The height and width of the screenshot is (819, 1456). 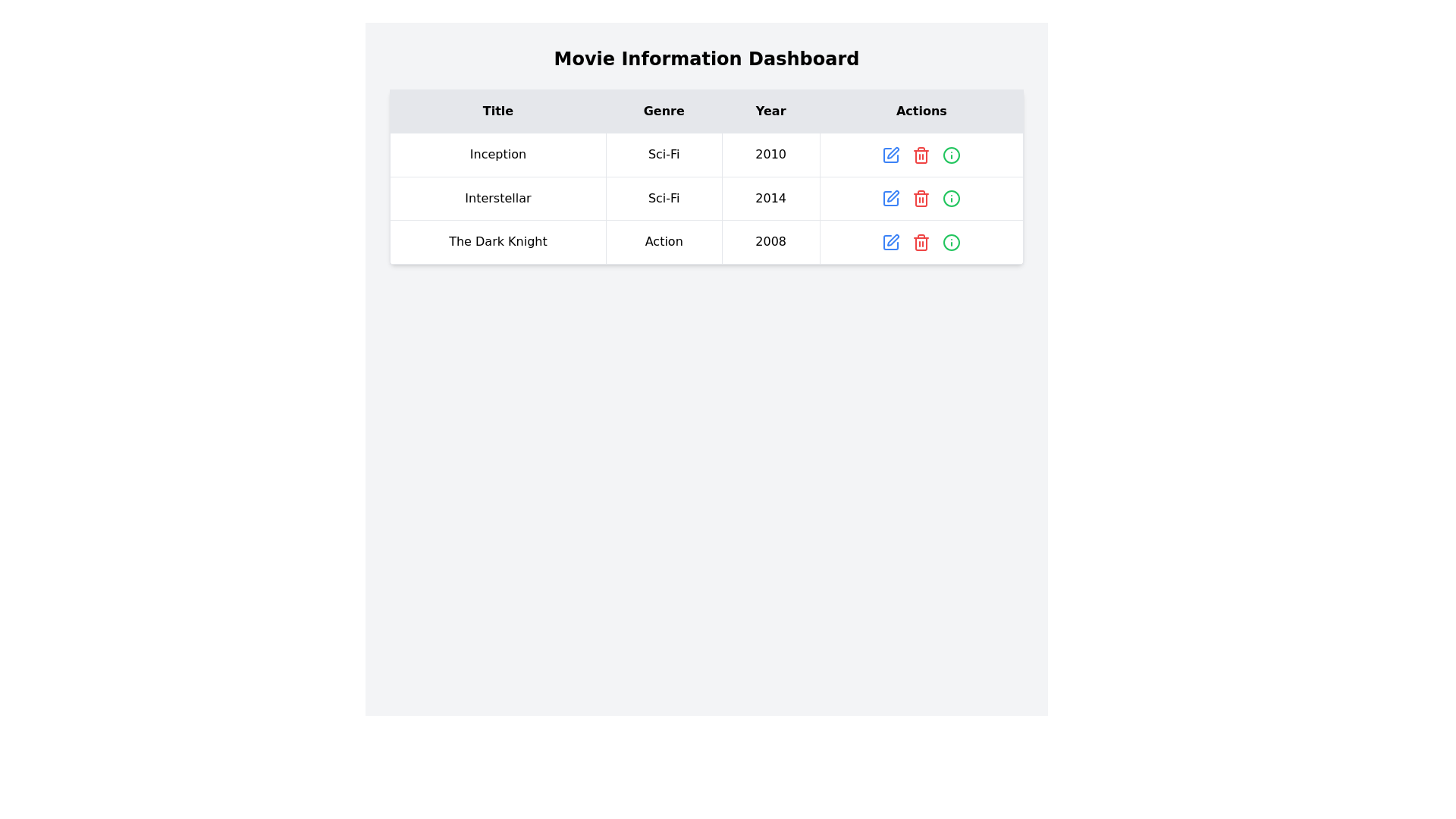 I want to click on the second row in the movie details table, so click(x=705, y=197).